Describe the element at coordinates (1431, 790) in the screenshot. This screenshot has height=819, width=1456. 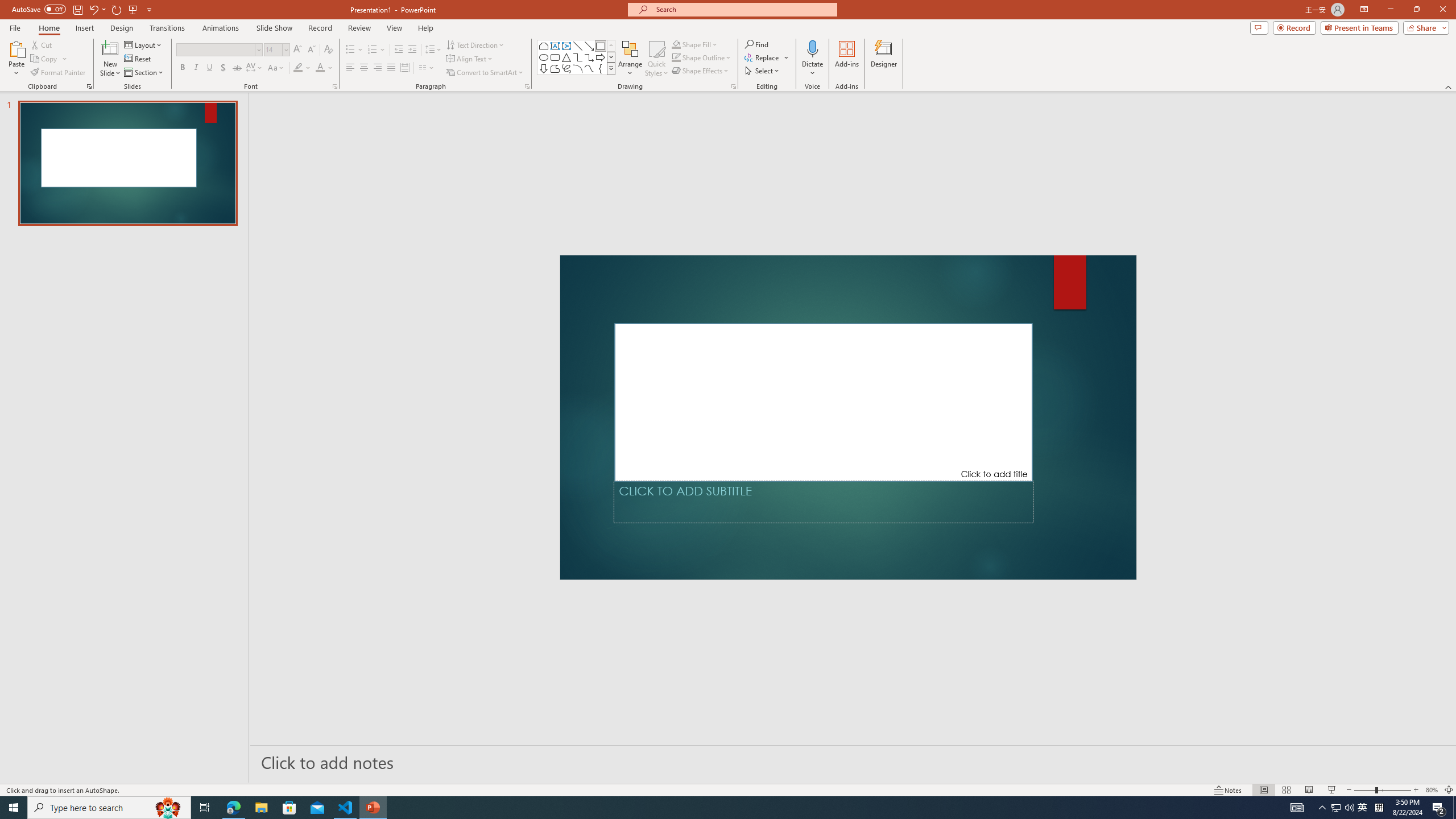
I see `'Zoom 80%'` at that location.